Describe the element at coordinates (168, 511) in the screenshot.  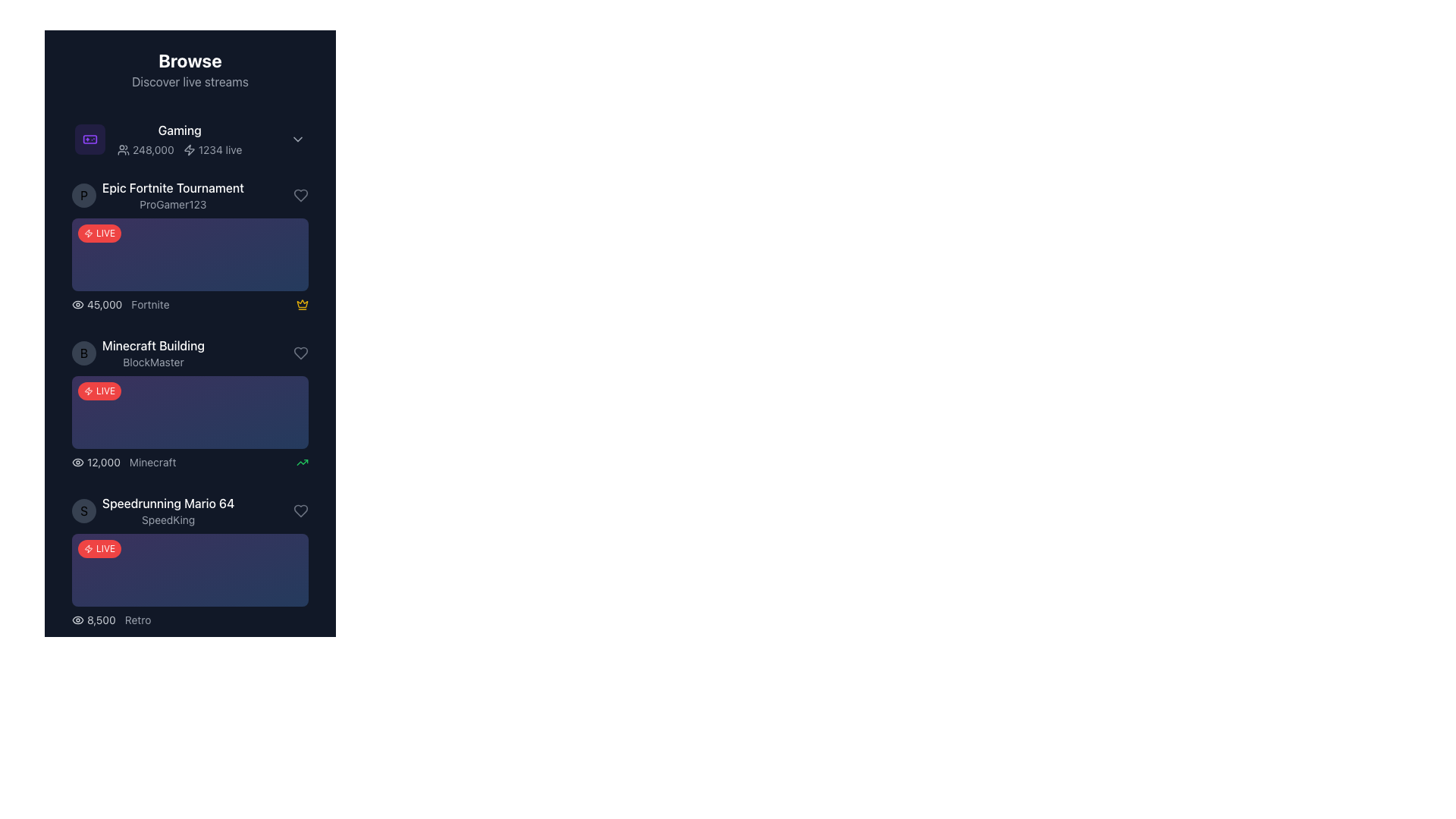
I see `the text block displaying the title 'Speedrunning Mario 64' and subtitle 'SpeedKing'` at that location.